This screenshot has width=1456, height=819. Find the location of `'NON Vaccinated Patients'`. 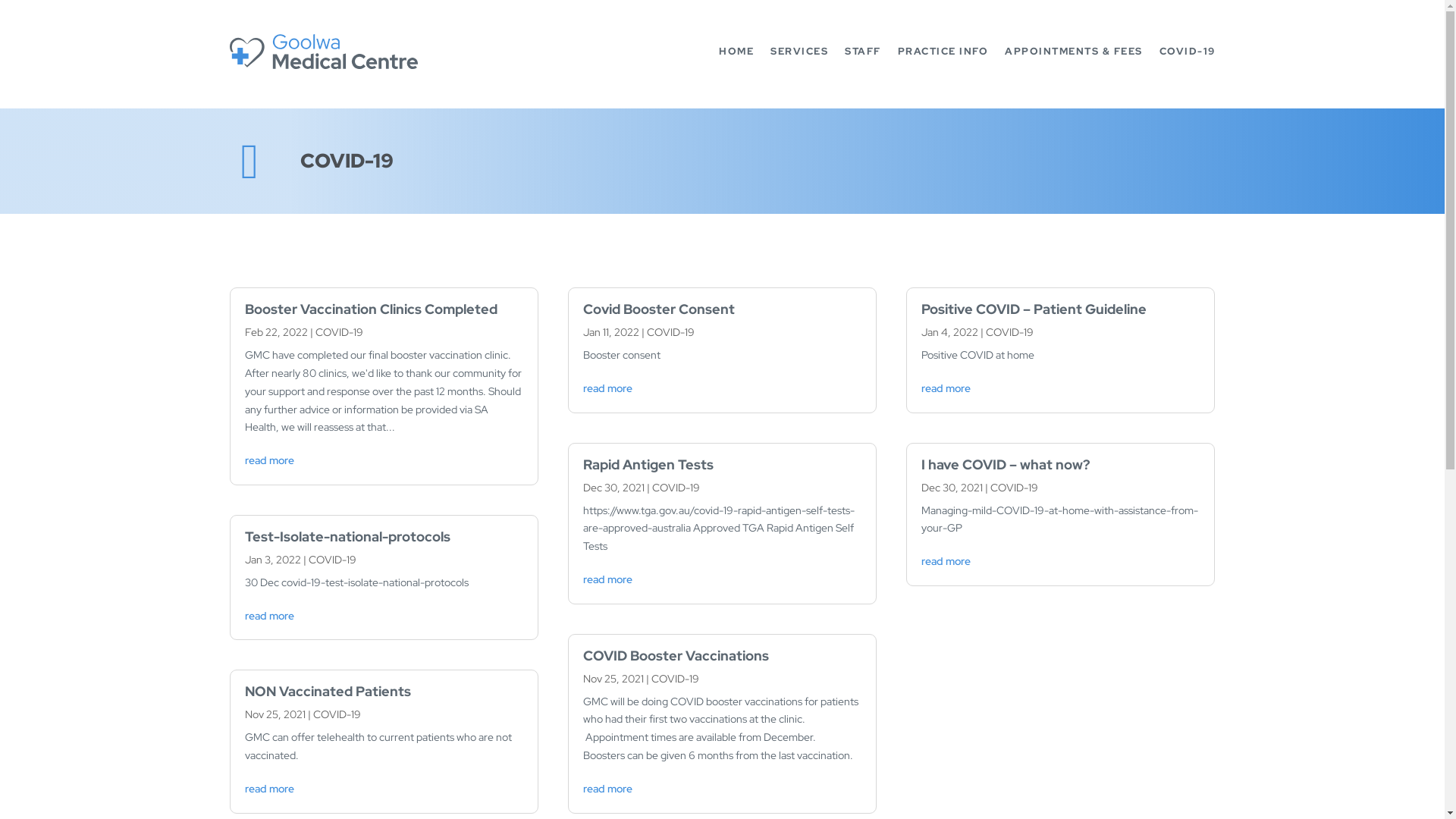

'NON Vaccinated Patients' is located at coordinates (326, 691).